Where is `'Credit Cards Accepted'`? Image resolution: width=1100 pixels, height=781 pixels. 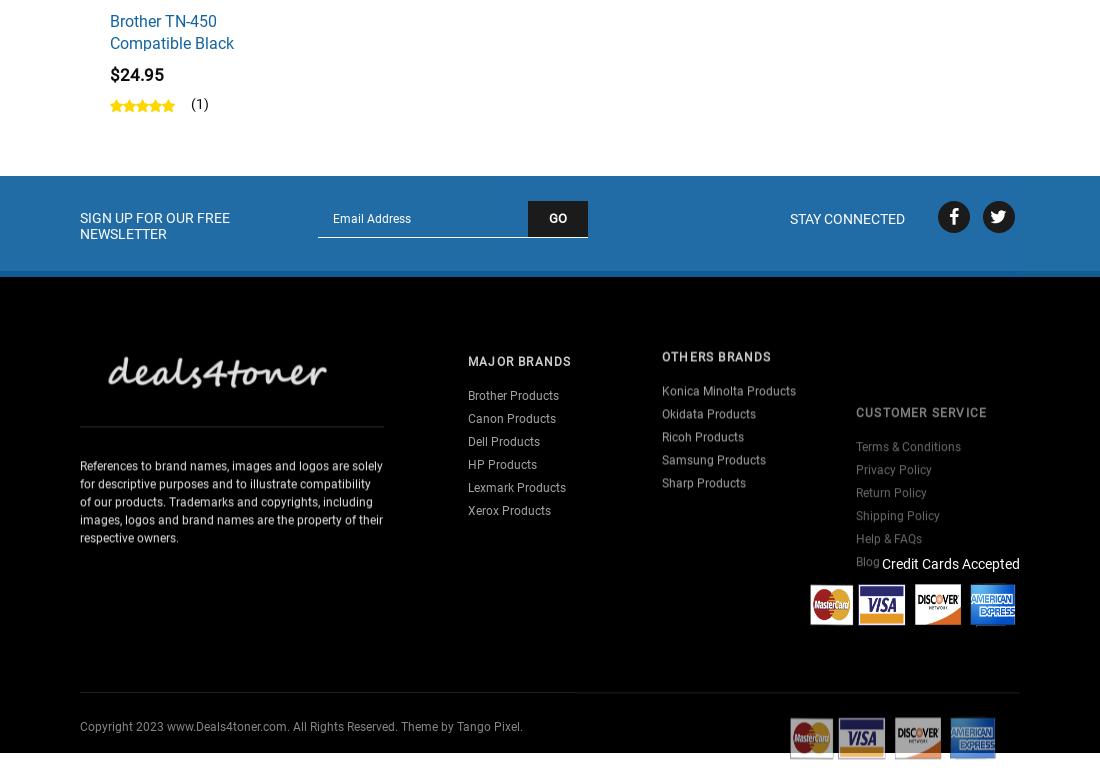
'Credit Cards Accepted' is located at coordinates (950, 563).